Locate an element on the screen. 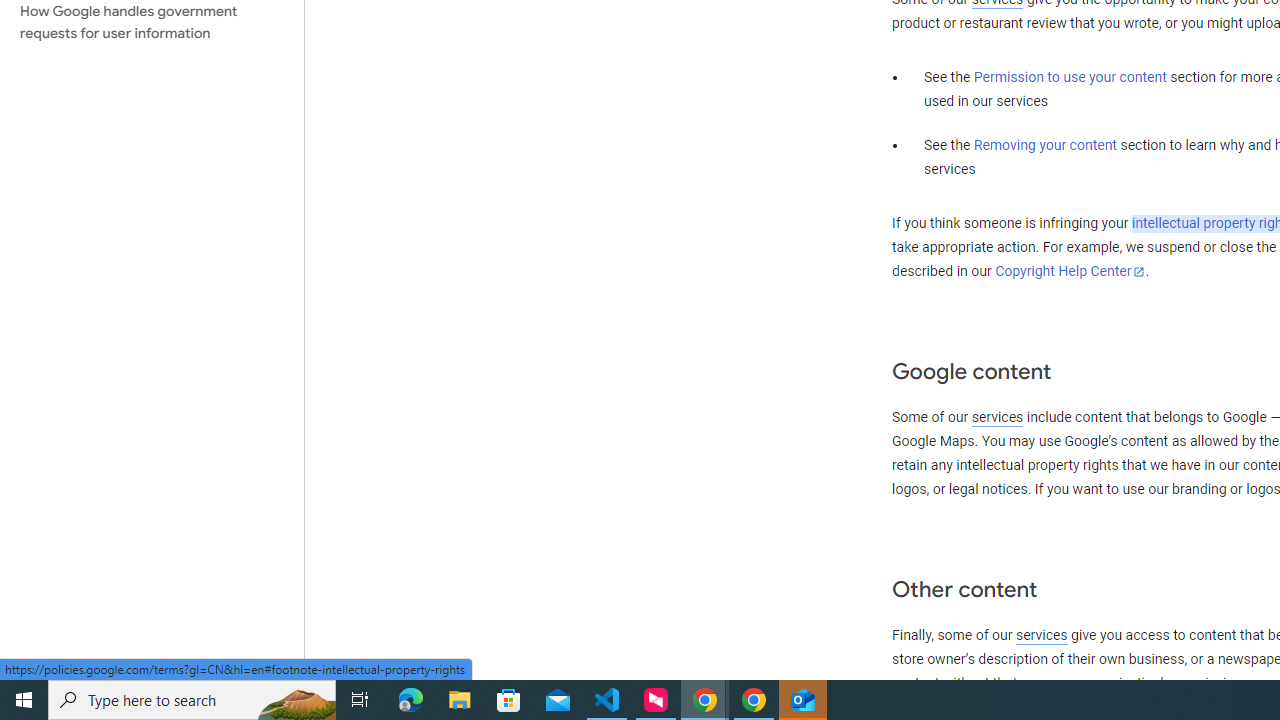 The image size is (1280, 720). 'services' is located at coordinates (1040, 635).